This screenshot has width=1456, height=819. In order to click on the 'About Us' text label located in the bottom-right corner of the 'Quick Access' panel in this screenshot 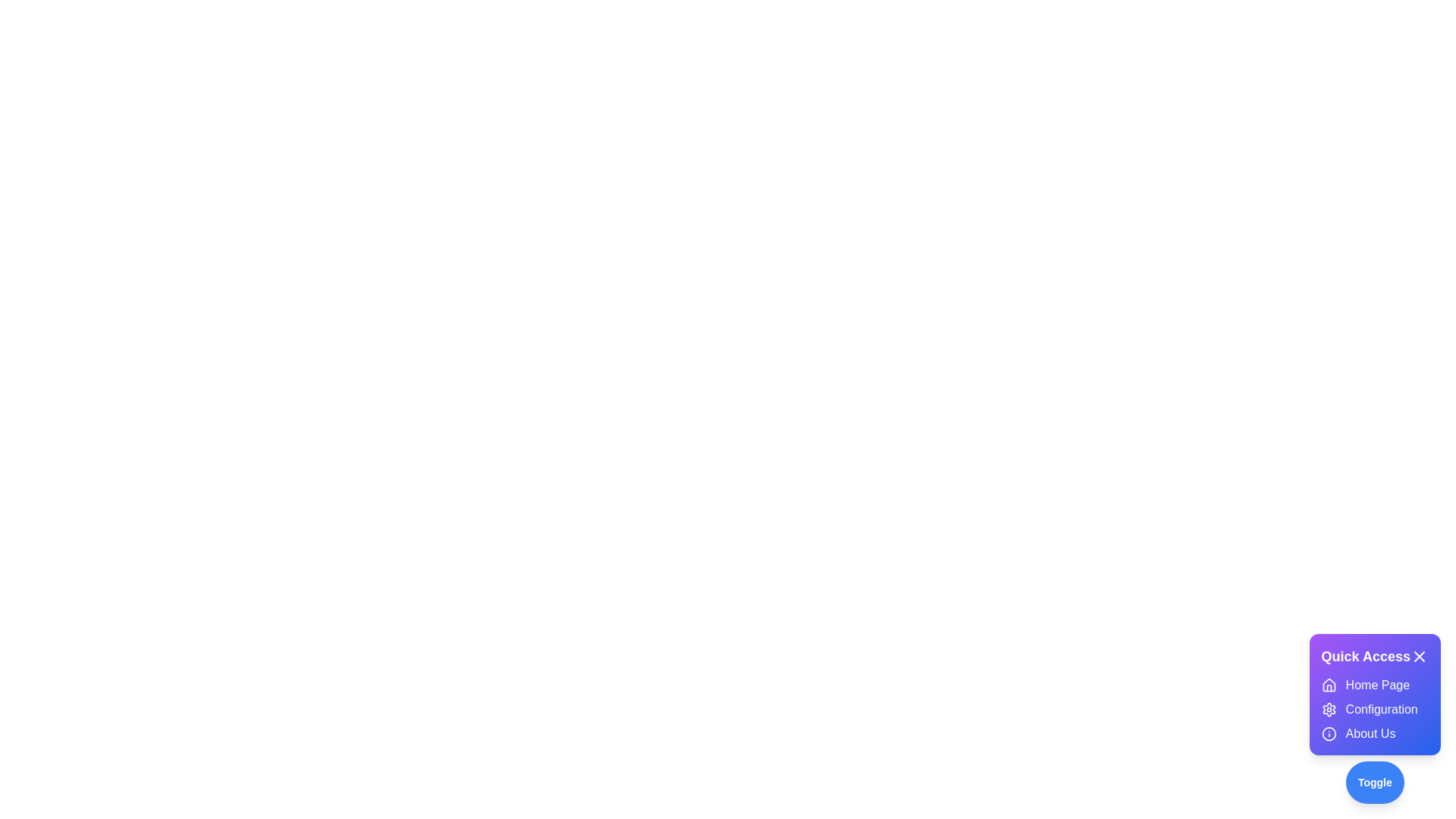, I will do `click(1370, 733)`.